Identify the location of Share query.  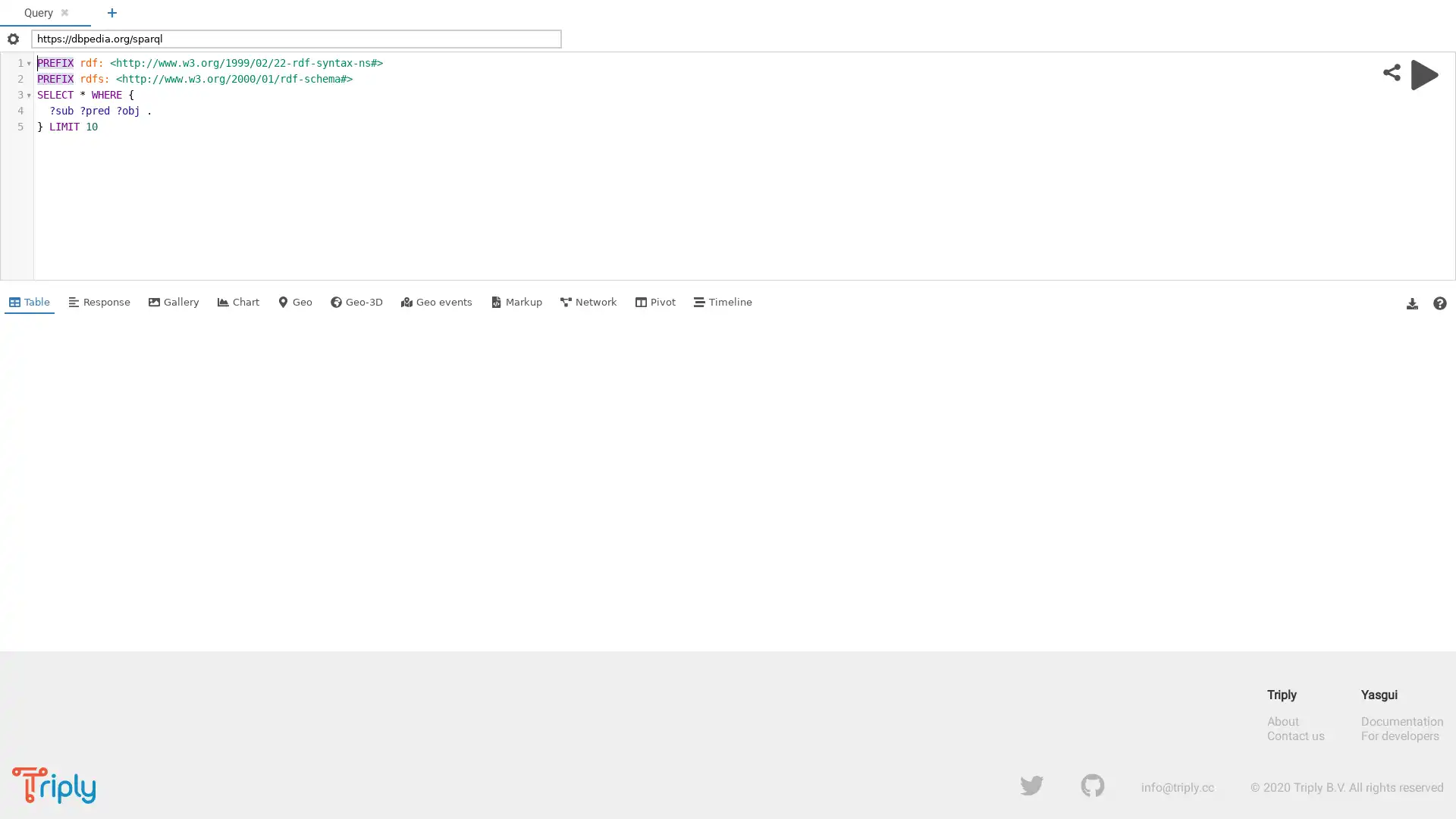
(1392, 73).